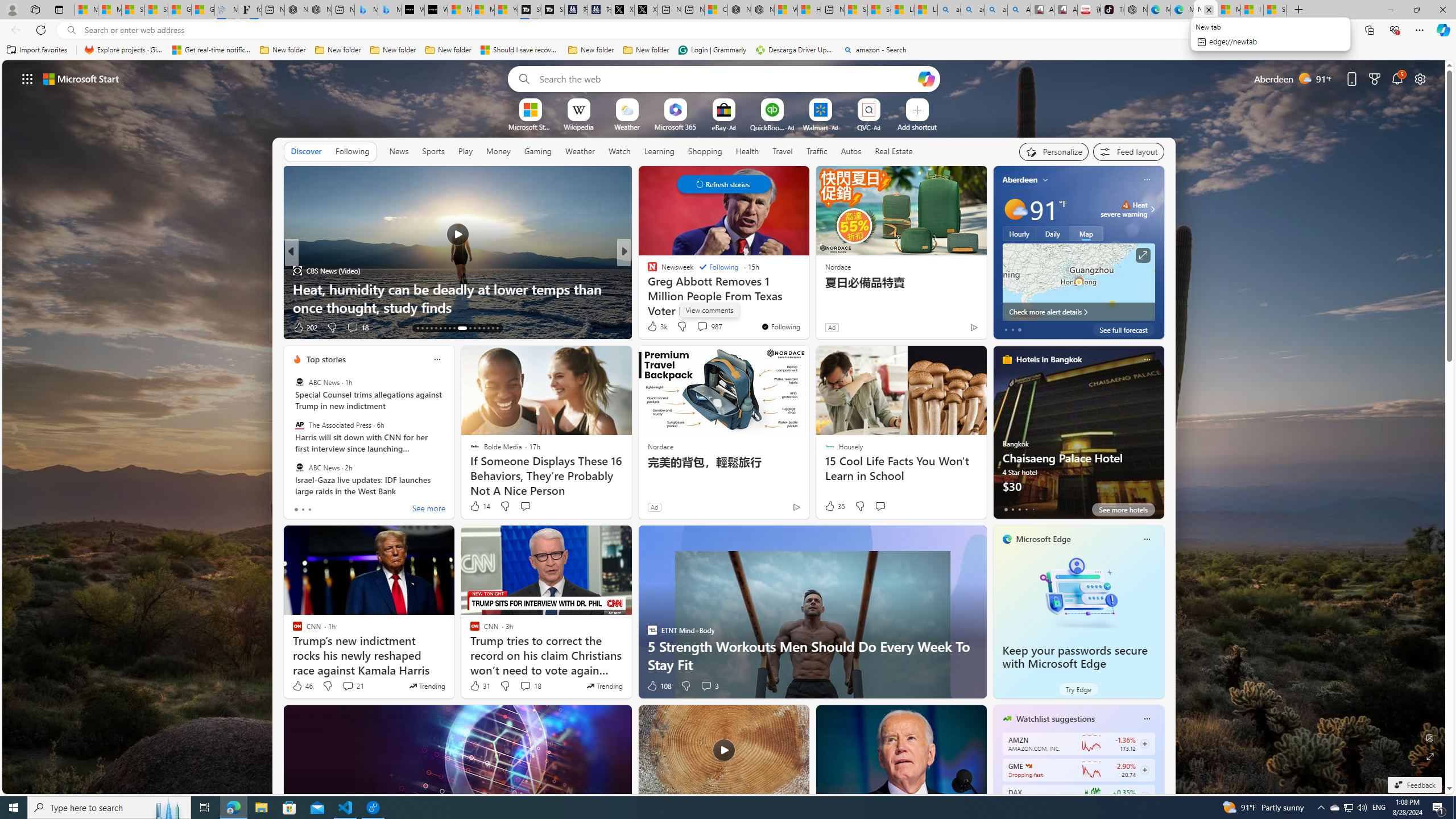 This screenshot has height=819, width=1456. I want to click on 'Heat - Severe Heat severe warning', so click(1124, 209).